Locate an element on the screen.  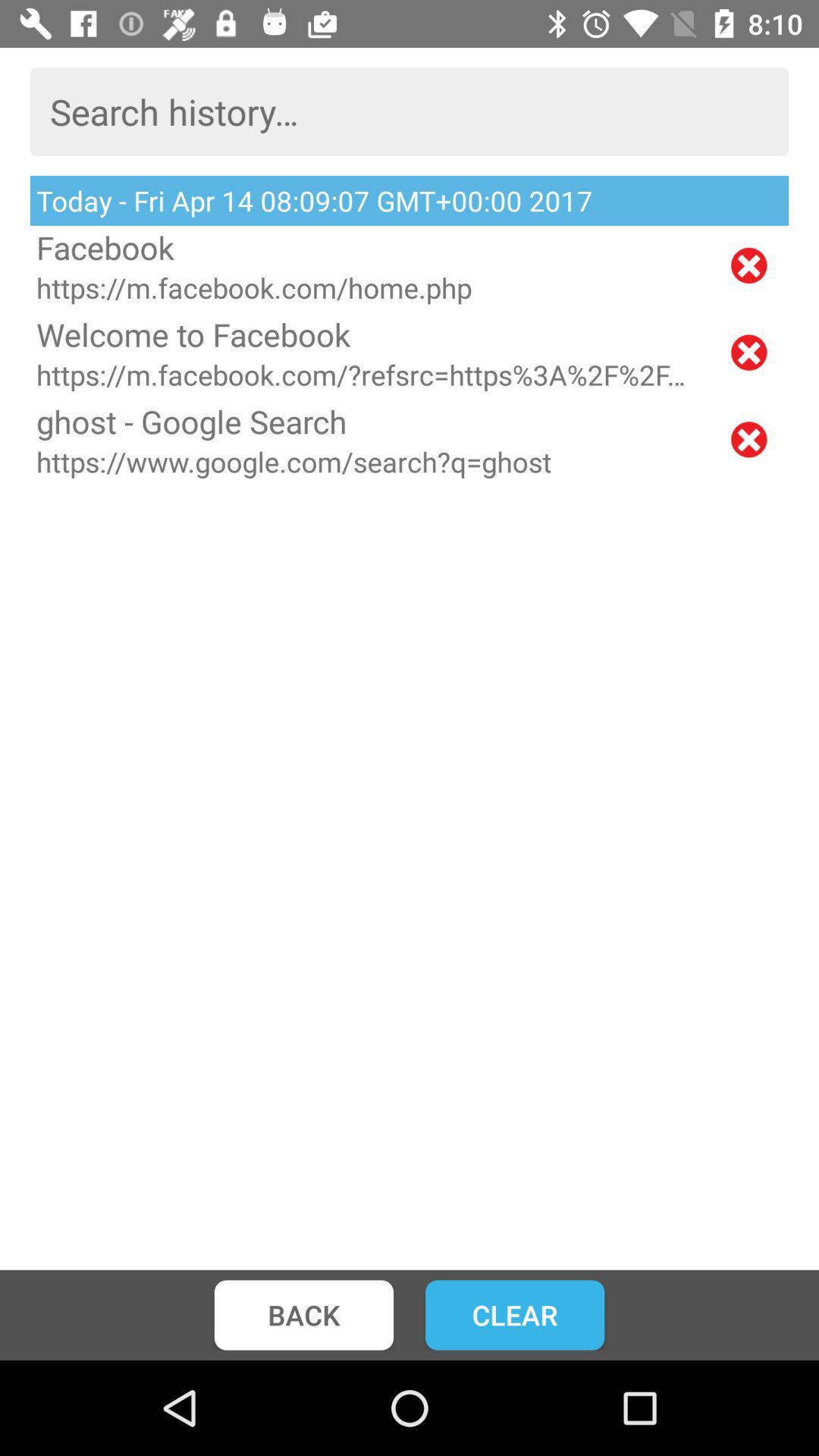
item below the https www google item is located at coordinates (514, 1314).